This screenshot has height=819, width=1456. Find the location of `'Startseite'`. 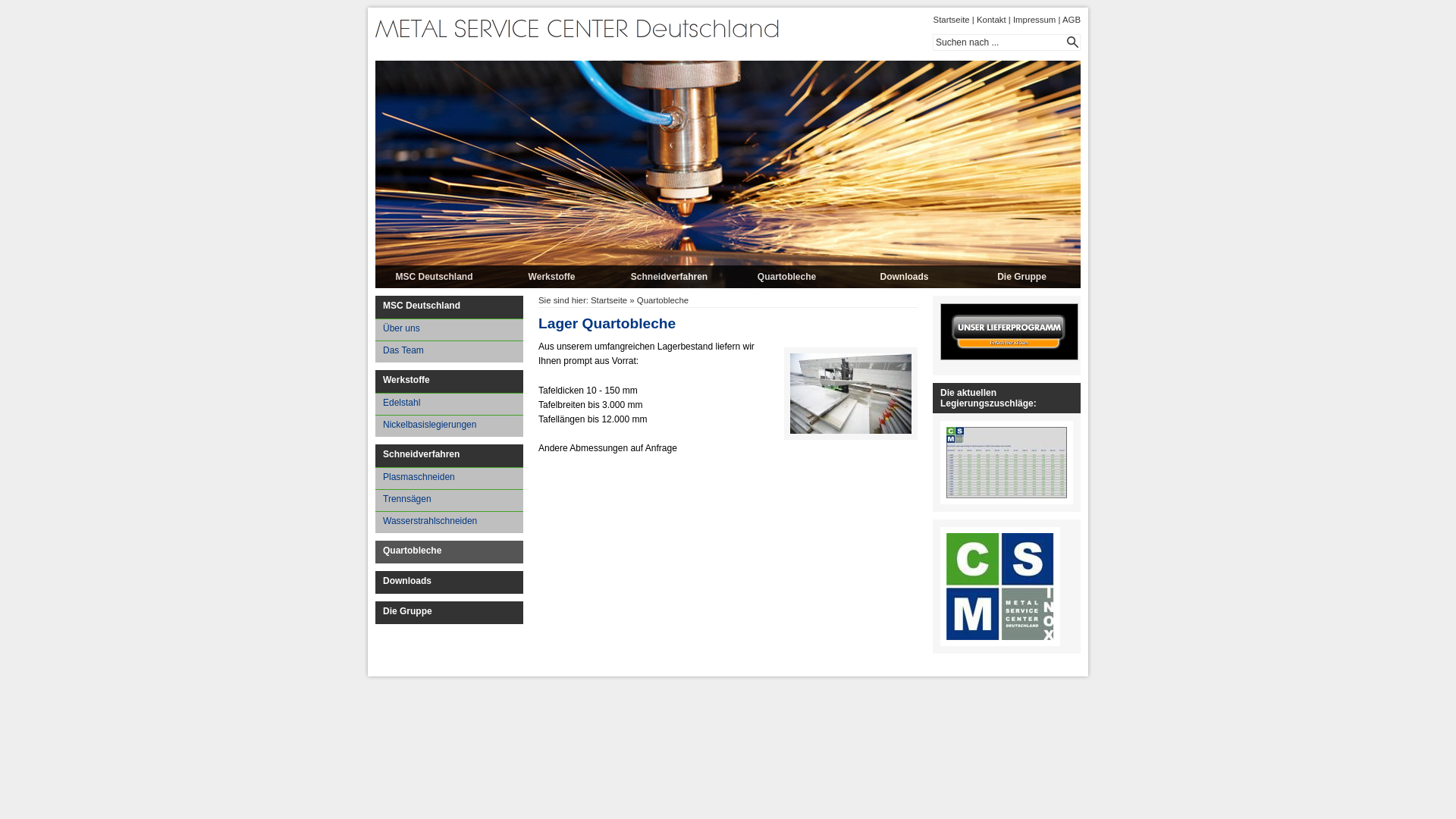

'Startseite' is located at coordinates (950, 20).